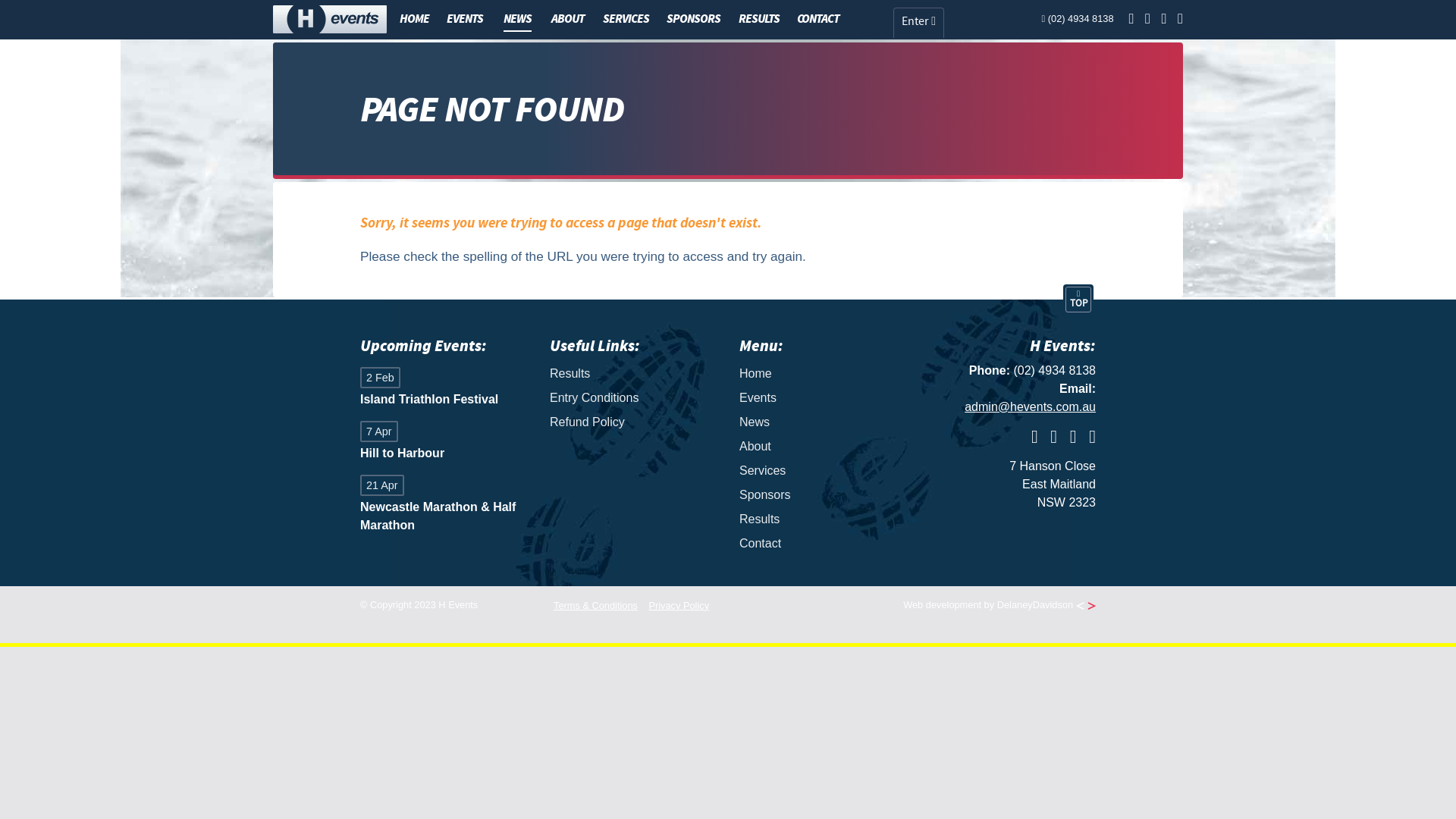  What do you see at coordinates (633, 422) in the screenshot?
I see `'Refund Policy'` at bounding box center [633, 422].